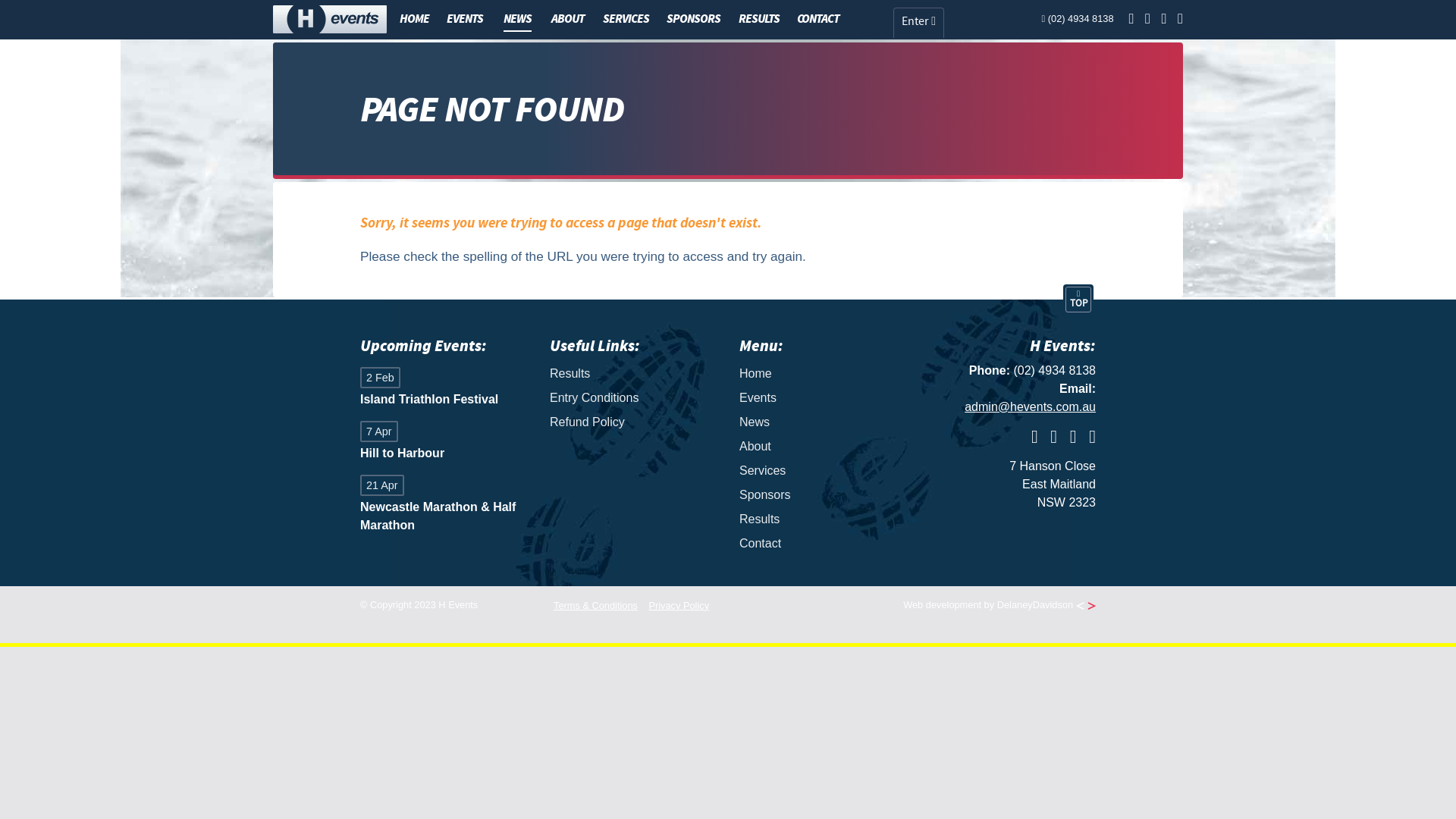  What do you see at coordinates (633, 422) in the screenshot?
I see `'Refund Policy'` at bounding box center [633, 422].